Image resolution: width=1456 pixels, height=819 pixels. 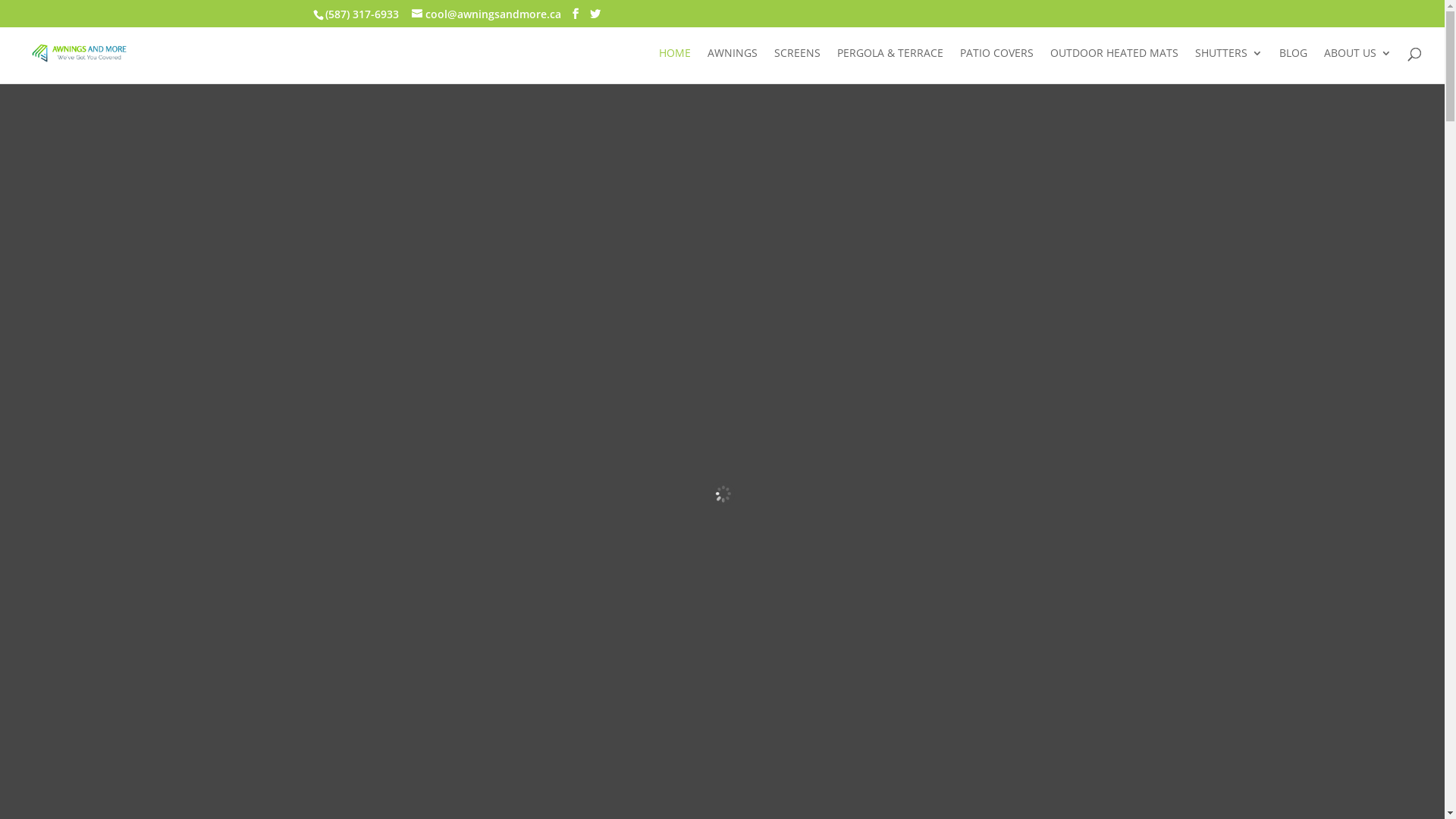 What do you see at coordinates (411, 13) in the screenshot?
I see `'cool@awningsandmore.ca'` at bounding box center [411, 13].